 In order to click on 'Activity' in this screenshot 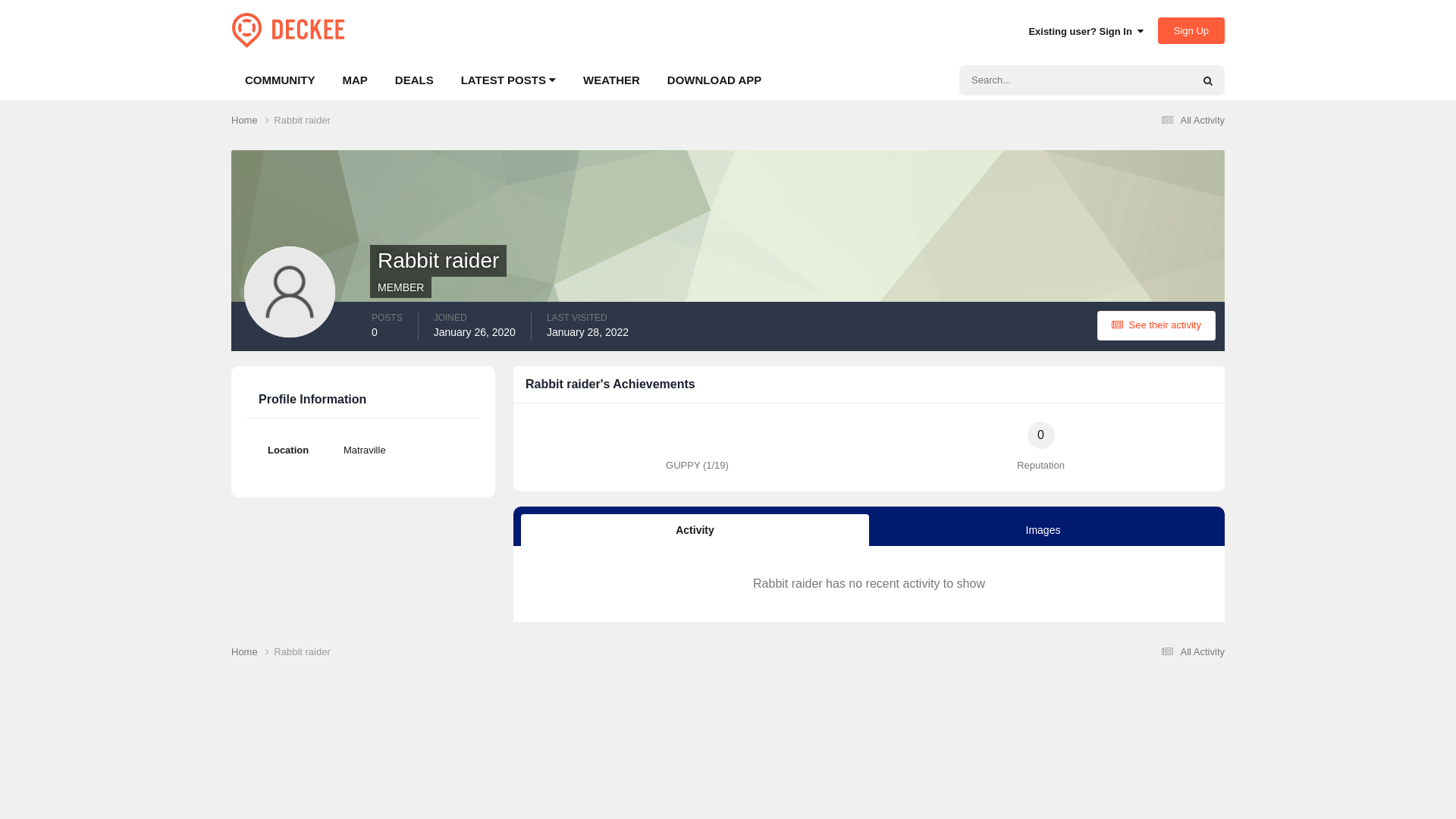, I will do `click(520, 529)`.